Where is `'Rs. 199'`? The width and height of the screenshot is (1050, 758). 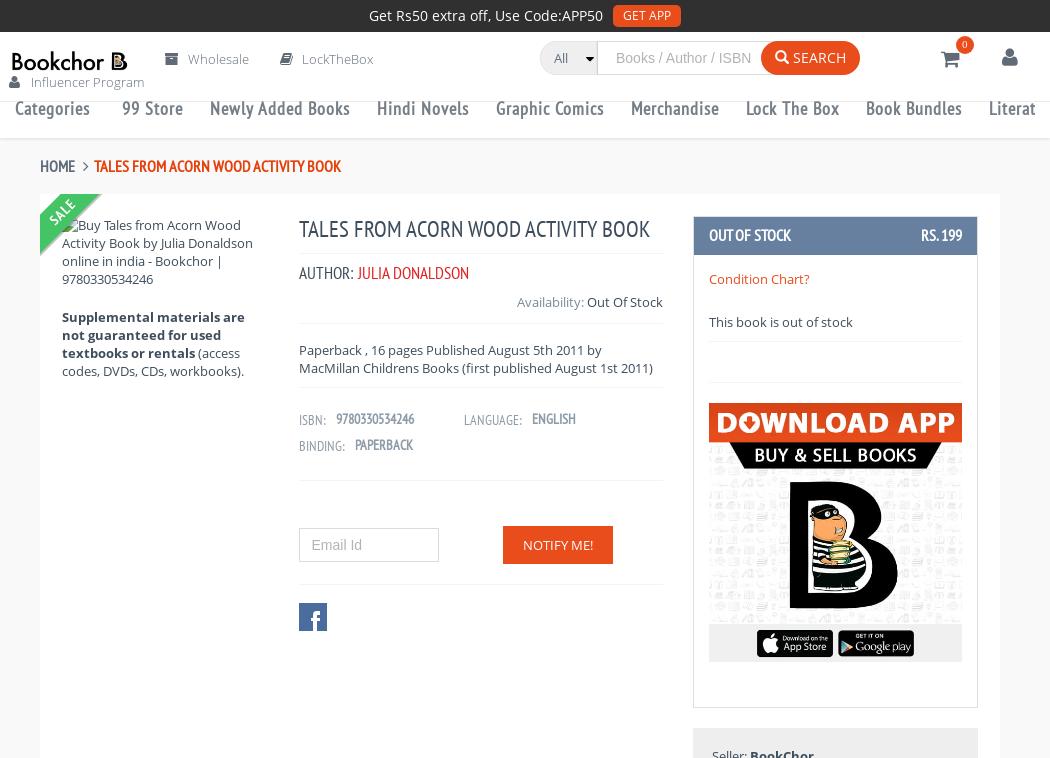 'Rs. 199' is located at coordinates (920, 233).